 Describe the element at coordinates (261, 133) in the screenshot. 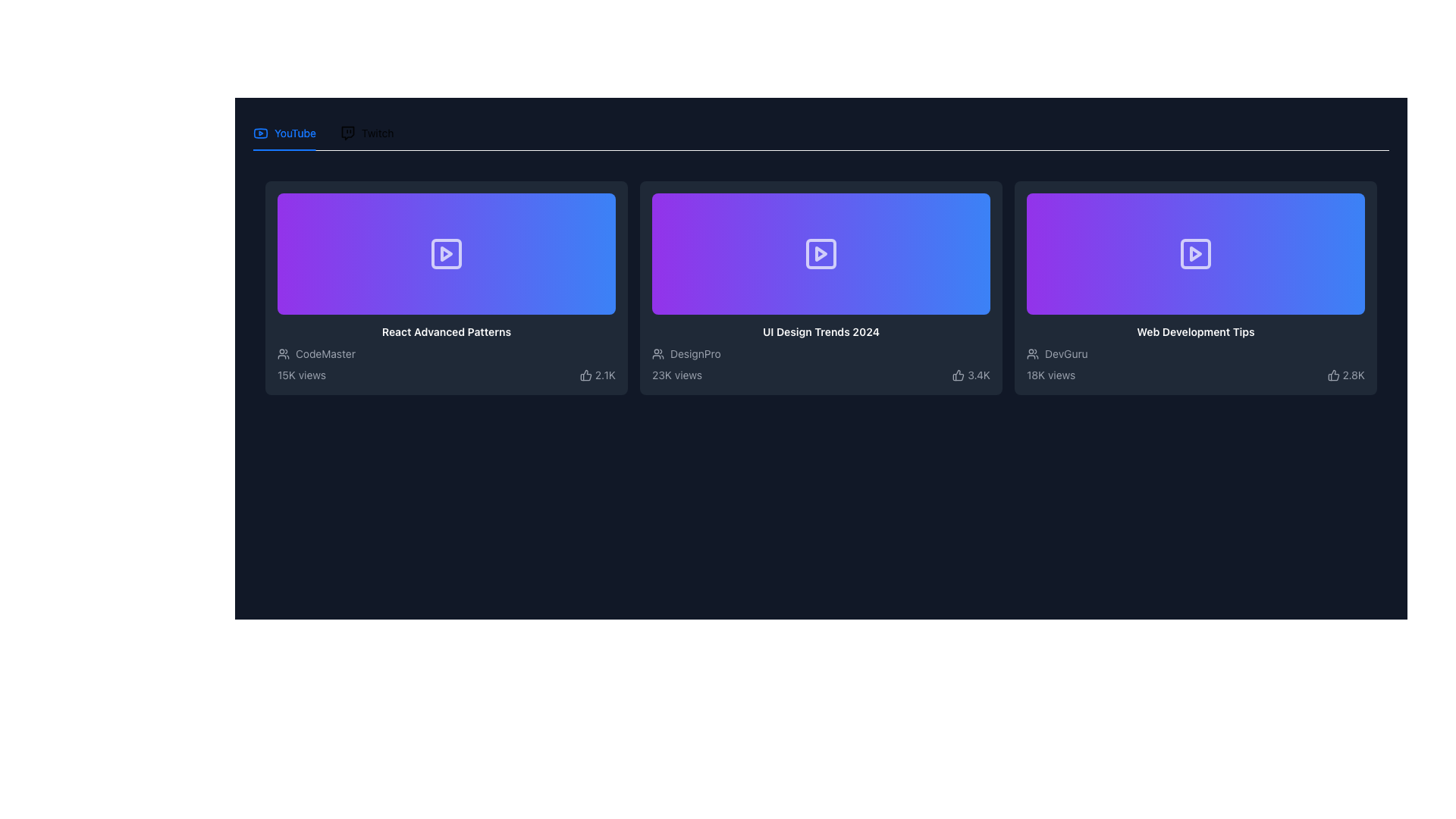

I see `the play button icon located at the top-left corner of the interface, next to the 'YouTube' text and to the left of the 'Twitch' text` at that location.